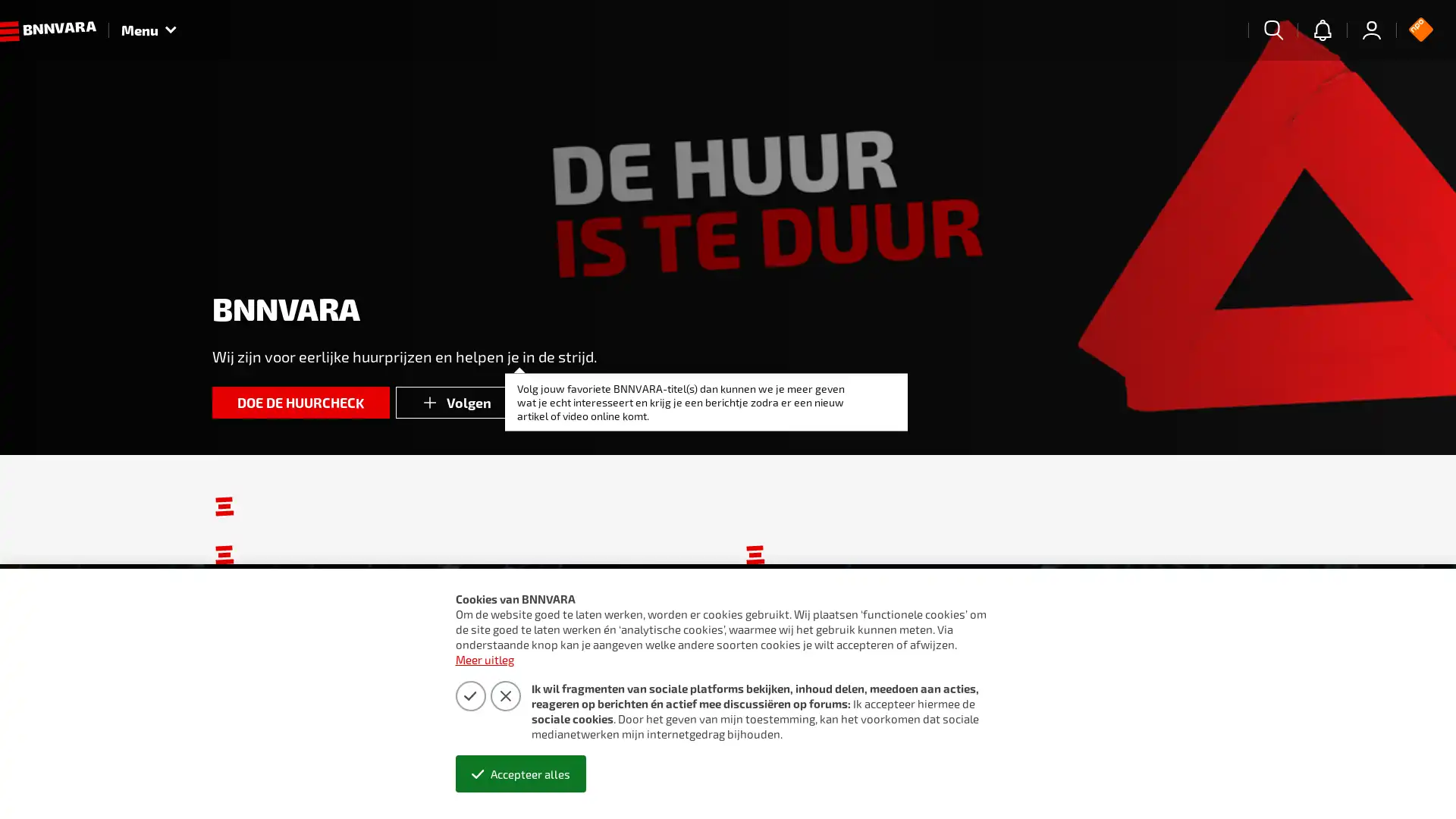 This screenshot has height=819, width=1456. What do you see at coordinates (1372, 30) in the screenshot?
I see `account` at bounding box center [1372, 30].